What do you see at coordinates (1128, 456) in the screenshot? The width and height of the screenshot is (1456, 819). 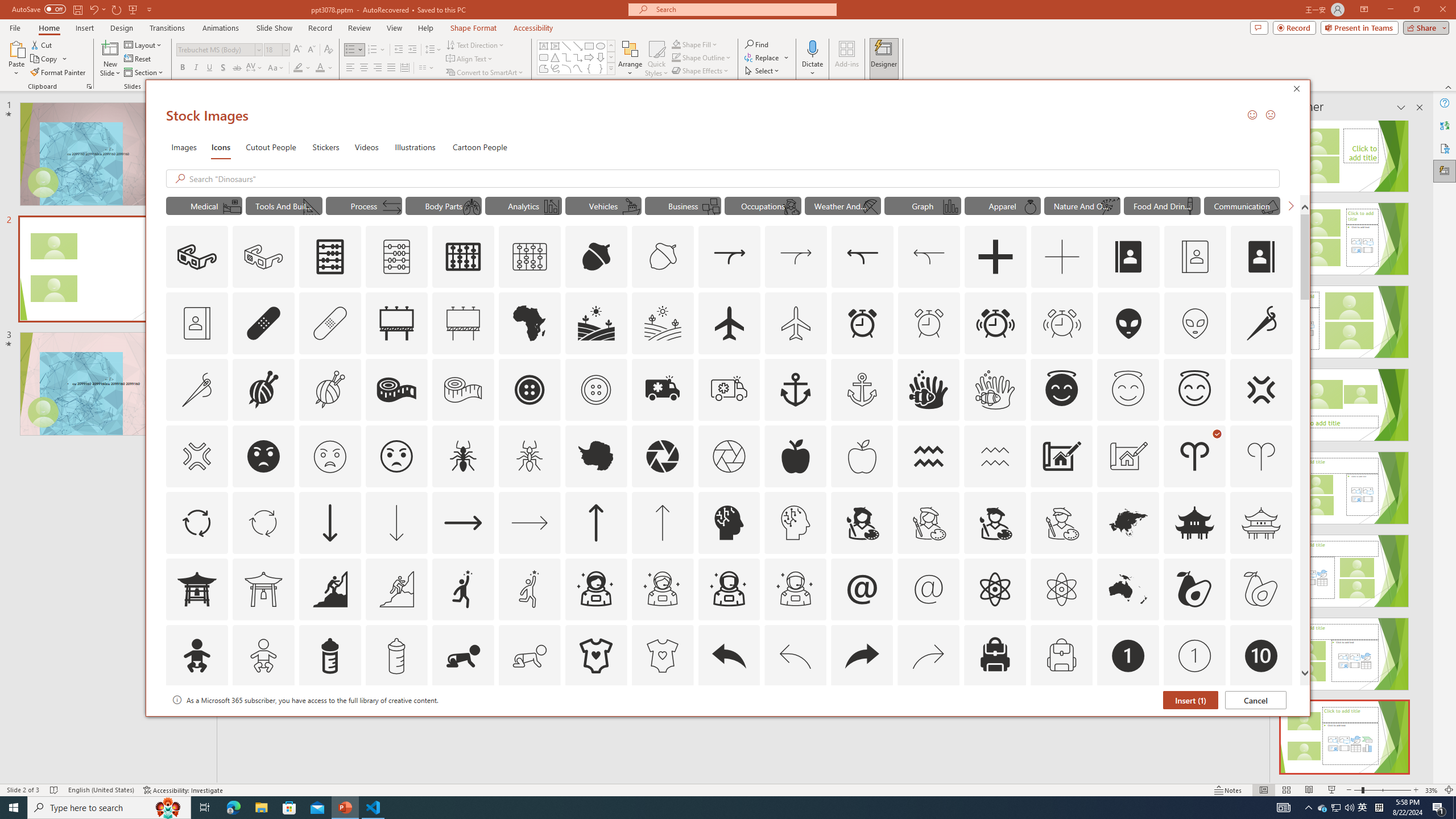 I see `'AutomationID: Icons_Architecture_M'` at bounding box center [1128, 456].